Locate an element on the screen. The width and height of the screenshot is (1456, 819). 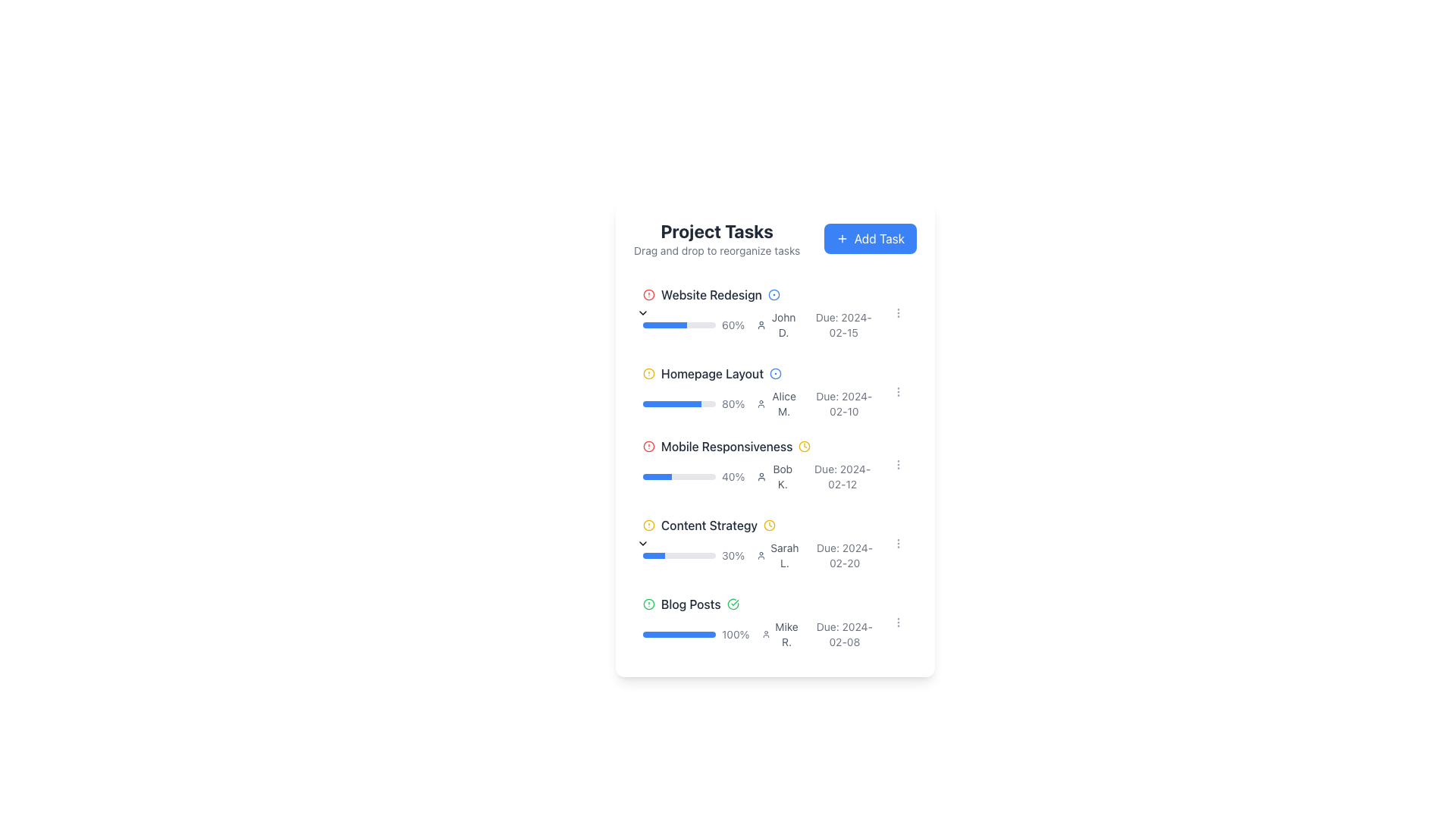
the circular icon located on the right side of the 'Homepage Layout' row, which is the second task in the list is located at coordinates (775, 374).